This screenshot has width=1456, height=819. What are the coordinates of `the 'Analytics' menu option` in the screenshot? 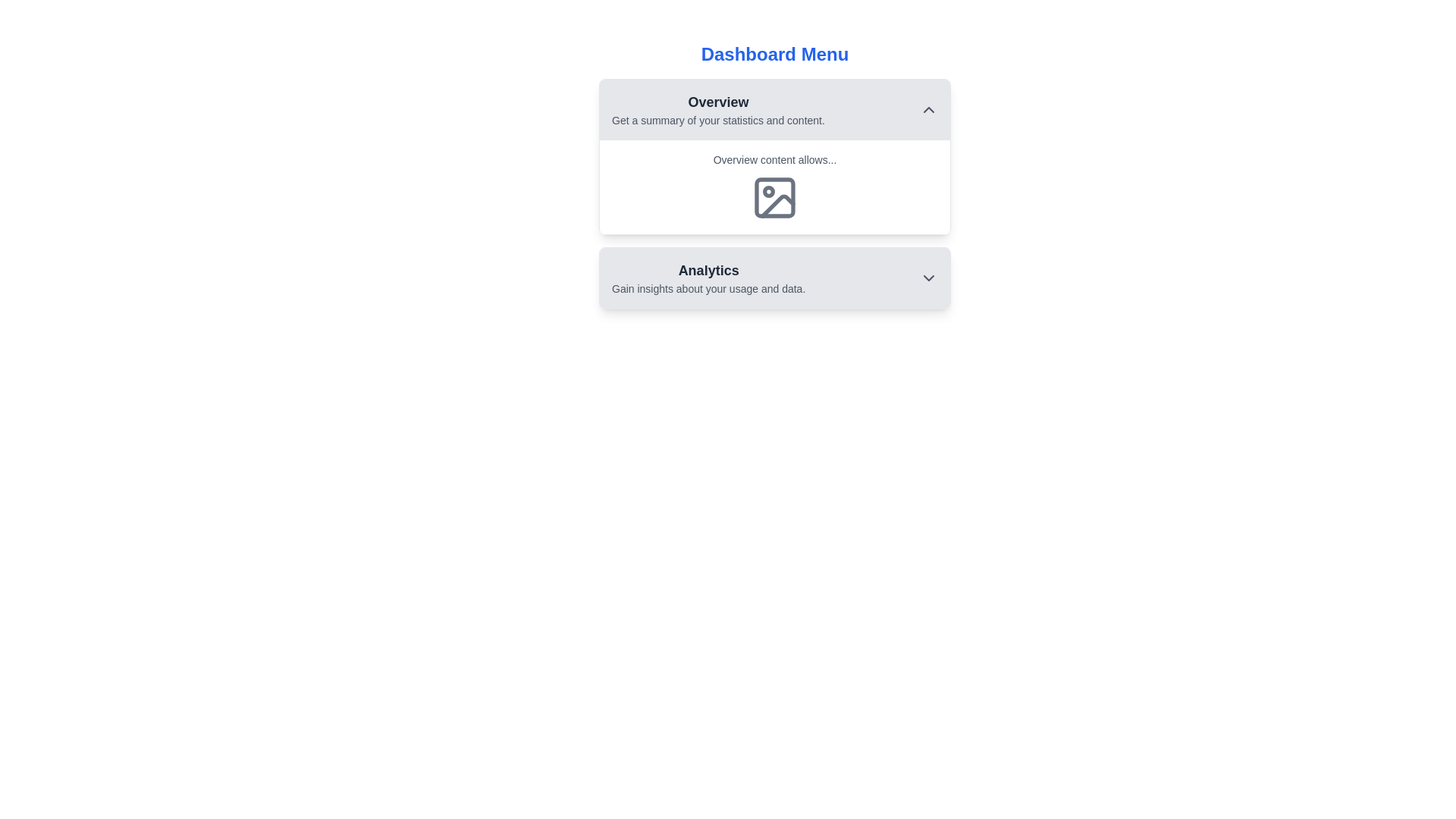 It's located at (775, 278).